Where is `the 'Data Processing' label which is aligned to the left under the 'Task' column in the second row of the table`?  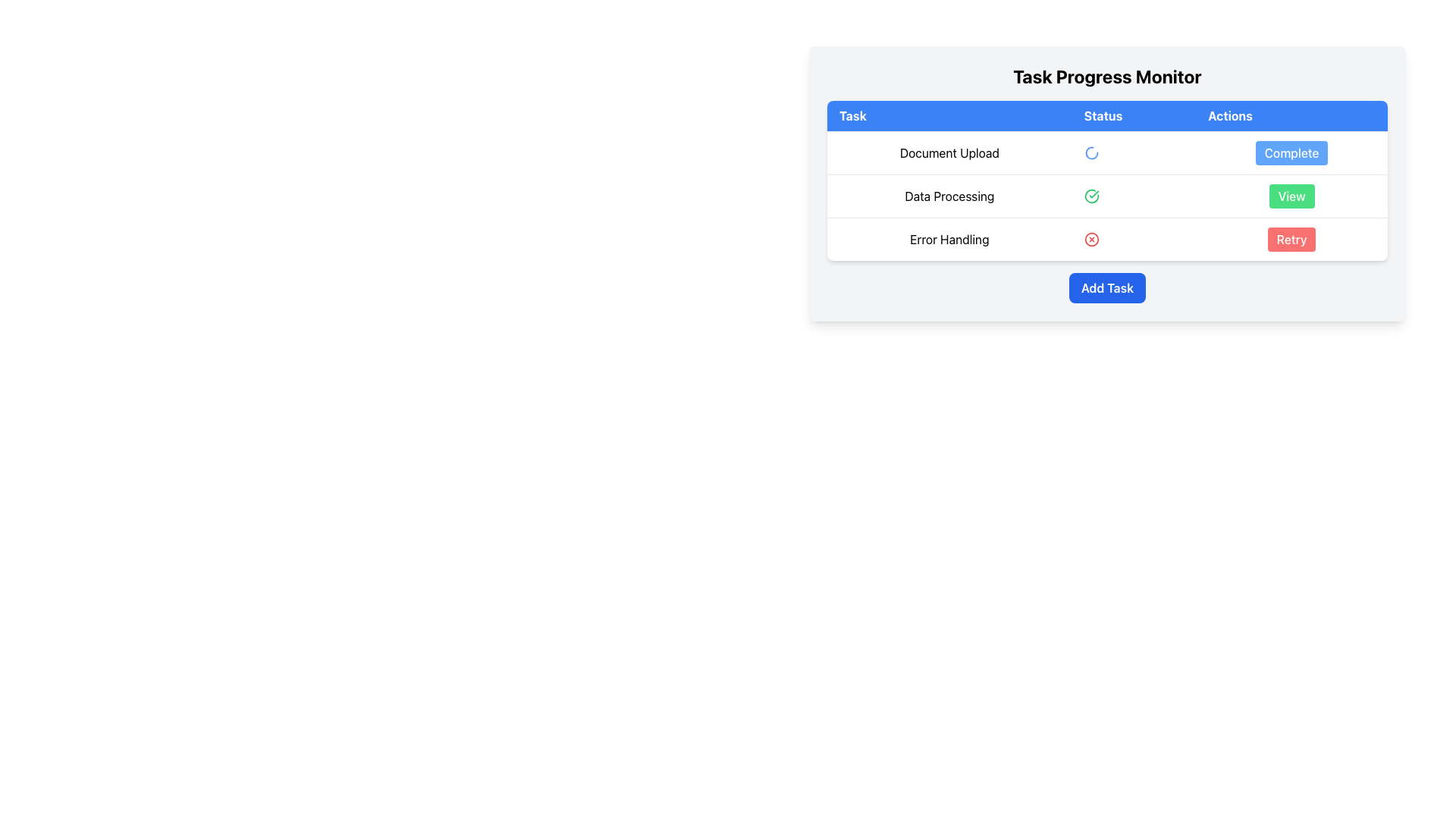 the 'Data Processing' label which is aligned to the left under the 'Task' column in the second row of the table is located at coordinates (949, 195).